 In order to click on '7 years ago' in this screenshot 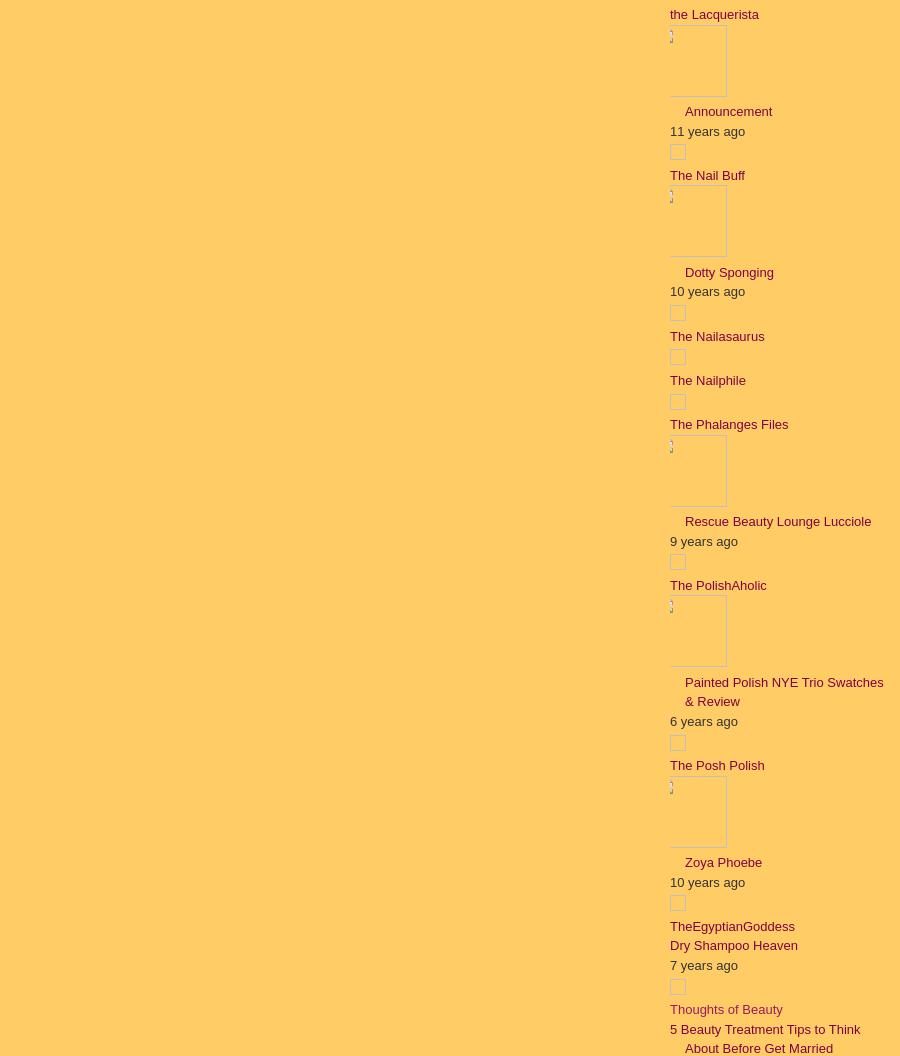, I will do `click(702, 964)`.